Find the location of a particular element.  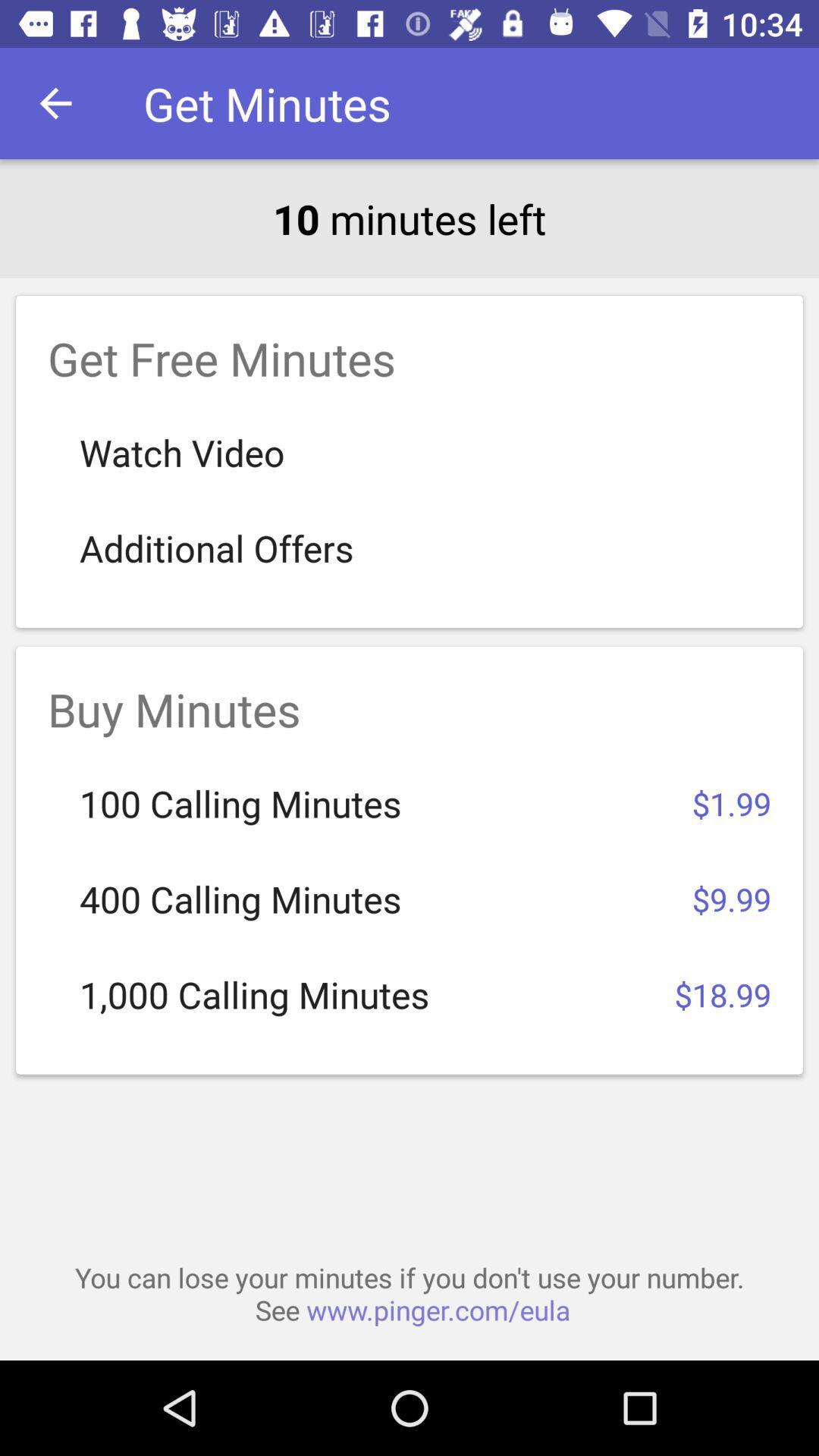

the icon below 1 000 calling icon is located at coordinates (409, 1293).